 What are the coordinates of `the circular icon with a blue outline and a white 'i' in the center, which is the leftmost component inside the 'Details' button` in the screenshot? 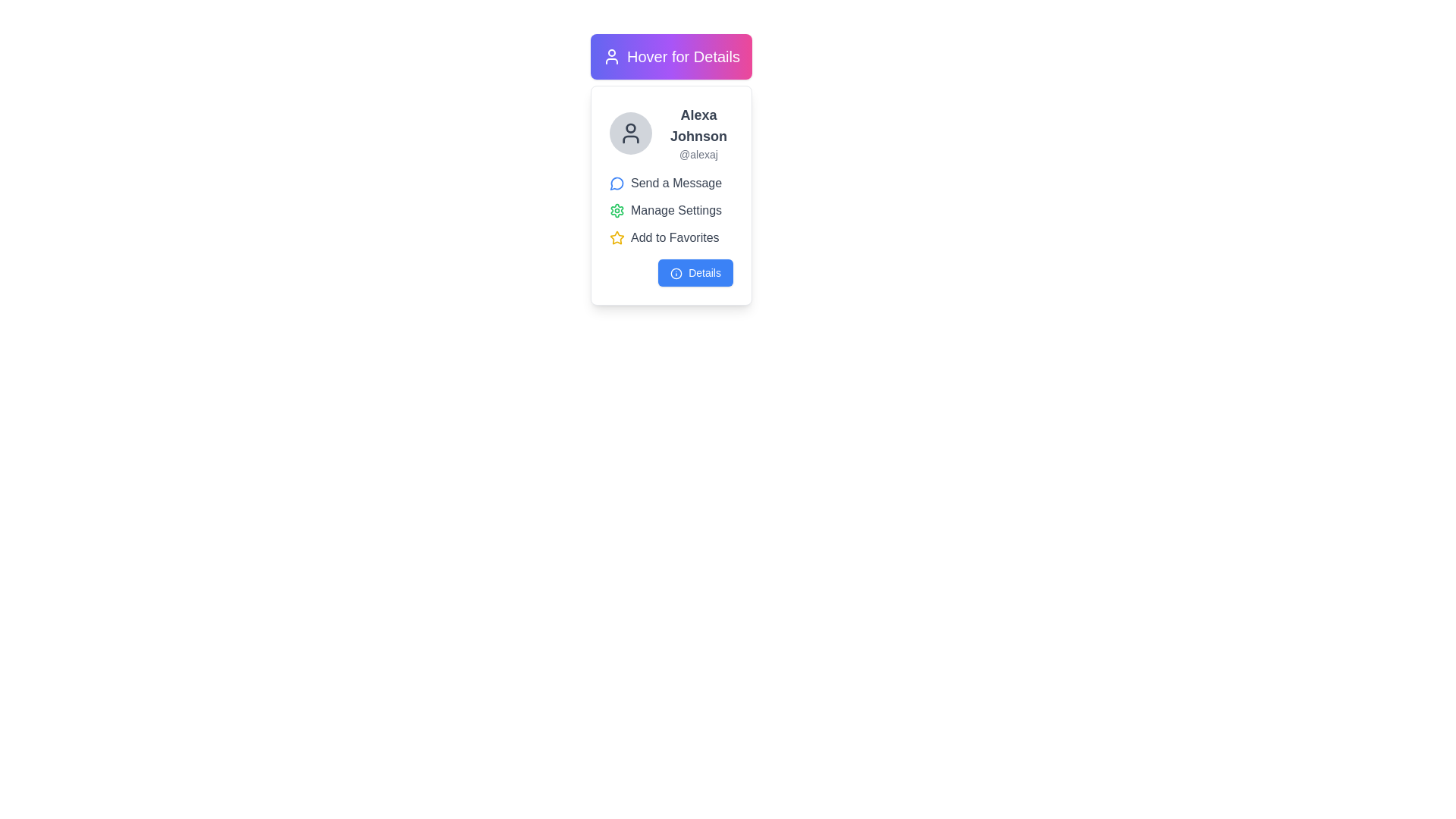 It's located at (676, 274).